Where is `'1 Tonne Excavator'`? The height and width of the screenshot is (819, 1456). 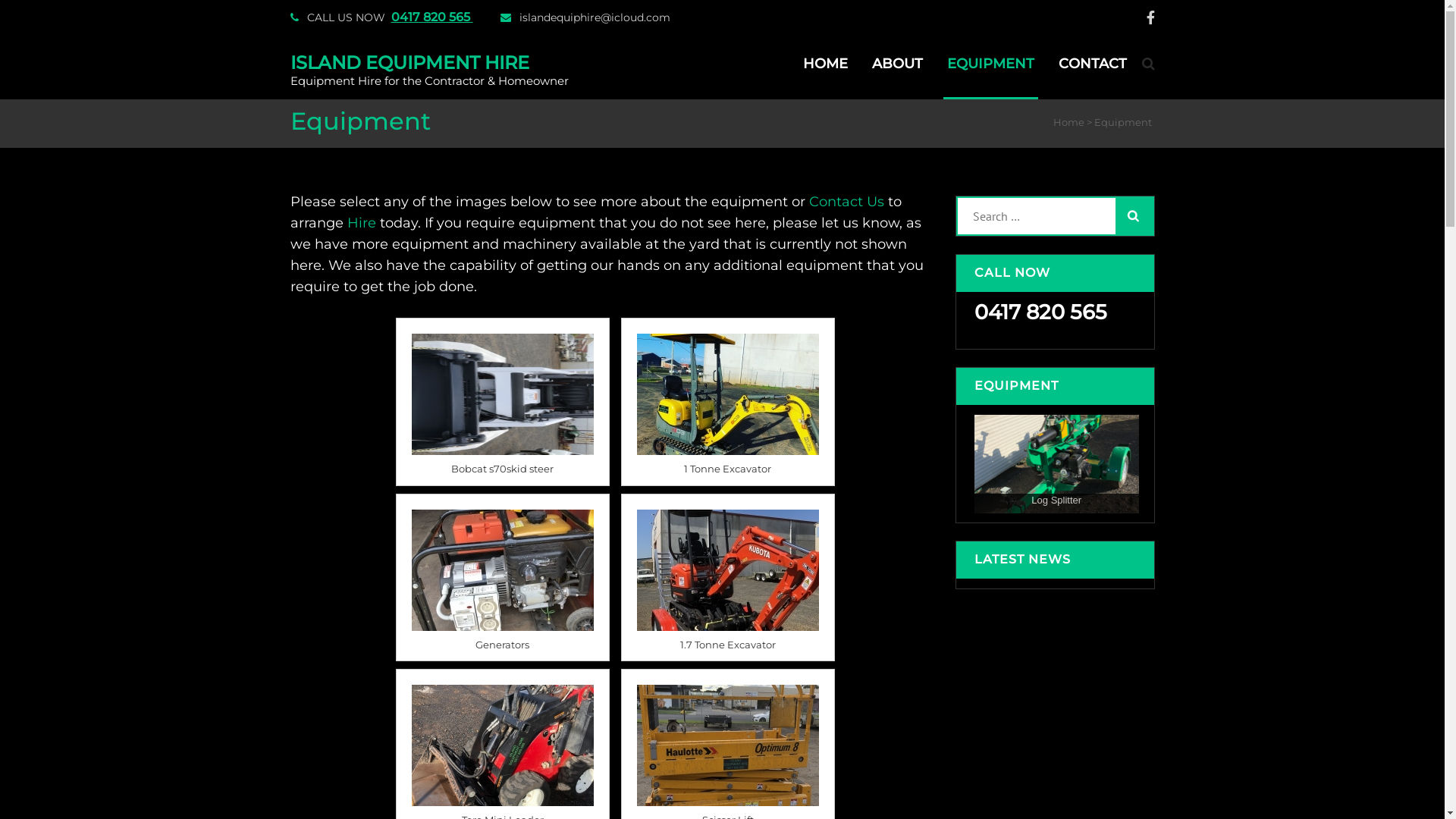
'1 Tonne Excavator' is located at coordinates (728, 469).